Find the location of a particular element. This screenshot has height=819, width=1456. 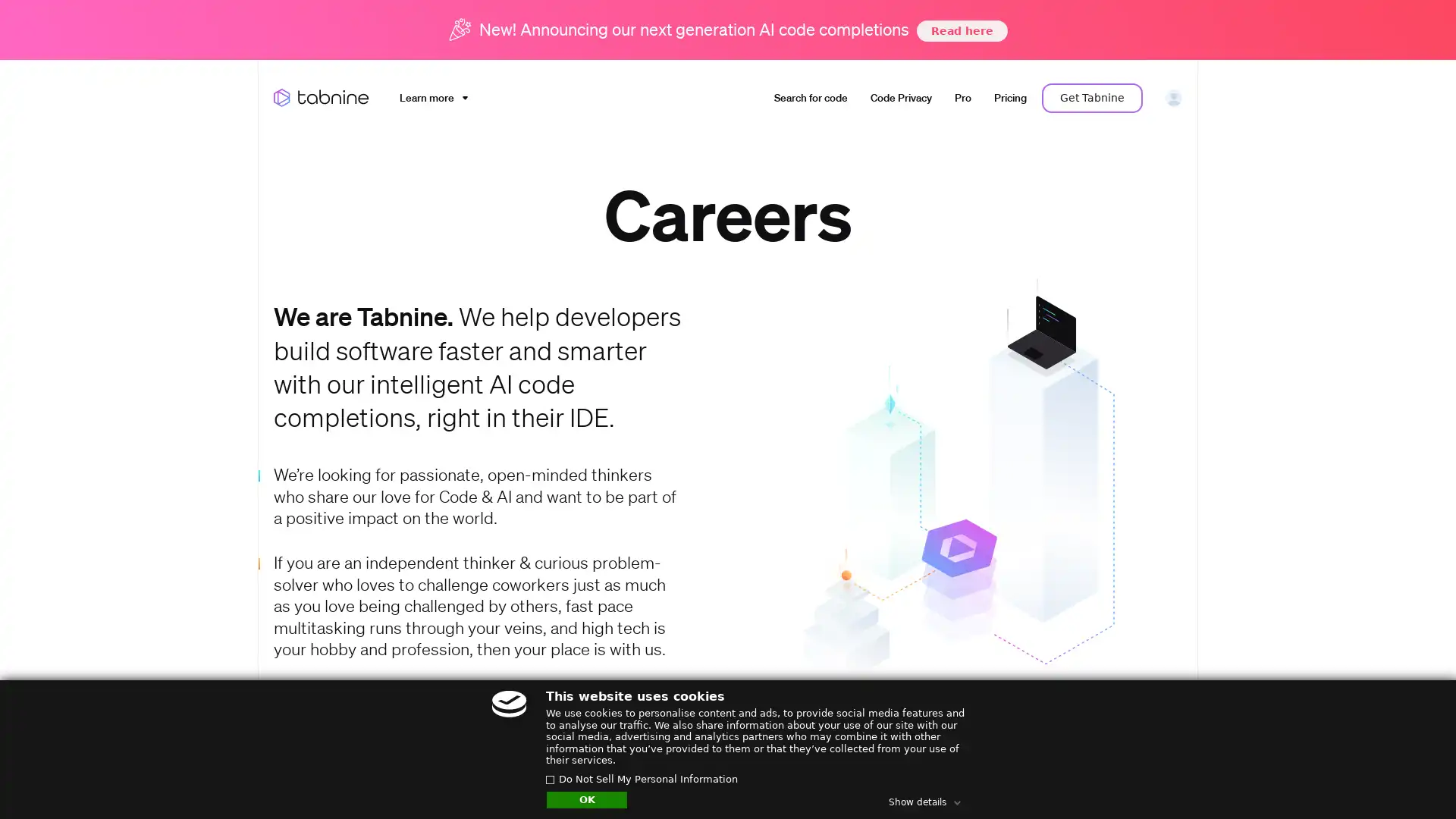

Read here is located at coordinates (960, 30).